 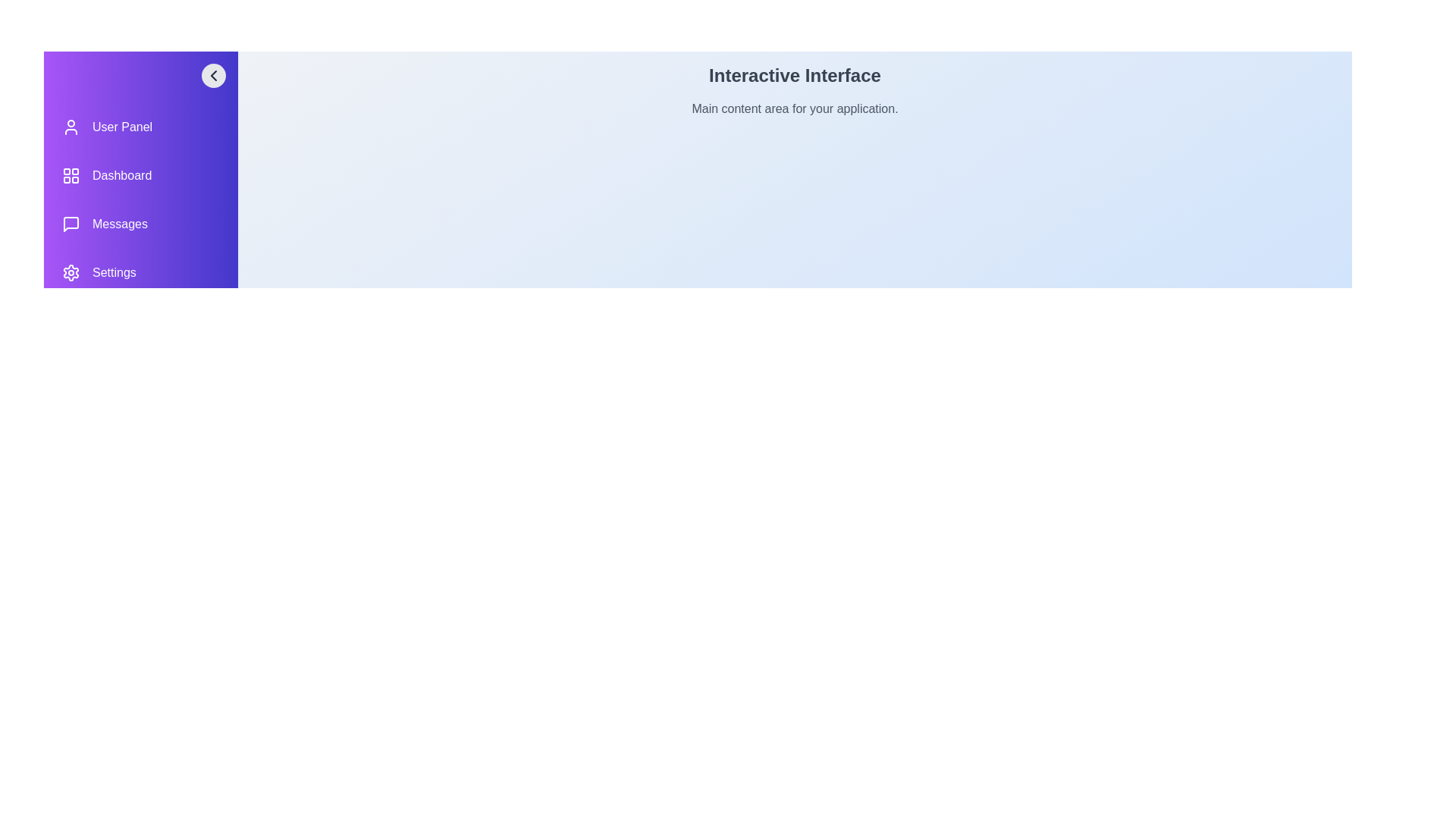 I want to click on the menu item User Panel to highlight it, so click(x=141, y=127).